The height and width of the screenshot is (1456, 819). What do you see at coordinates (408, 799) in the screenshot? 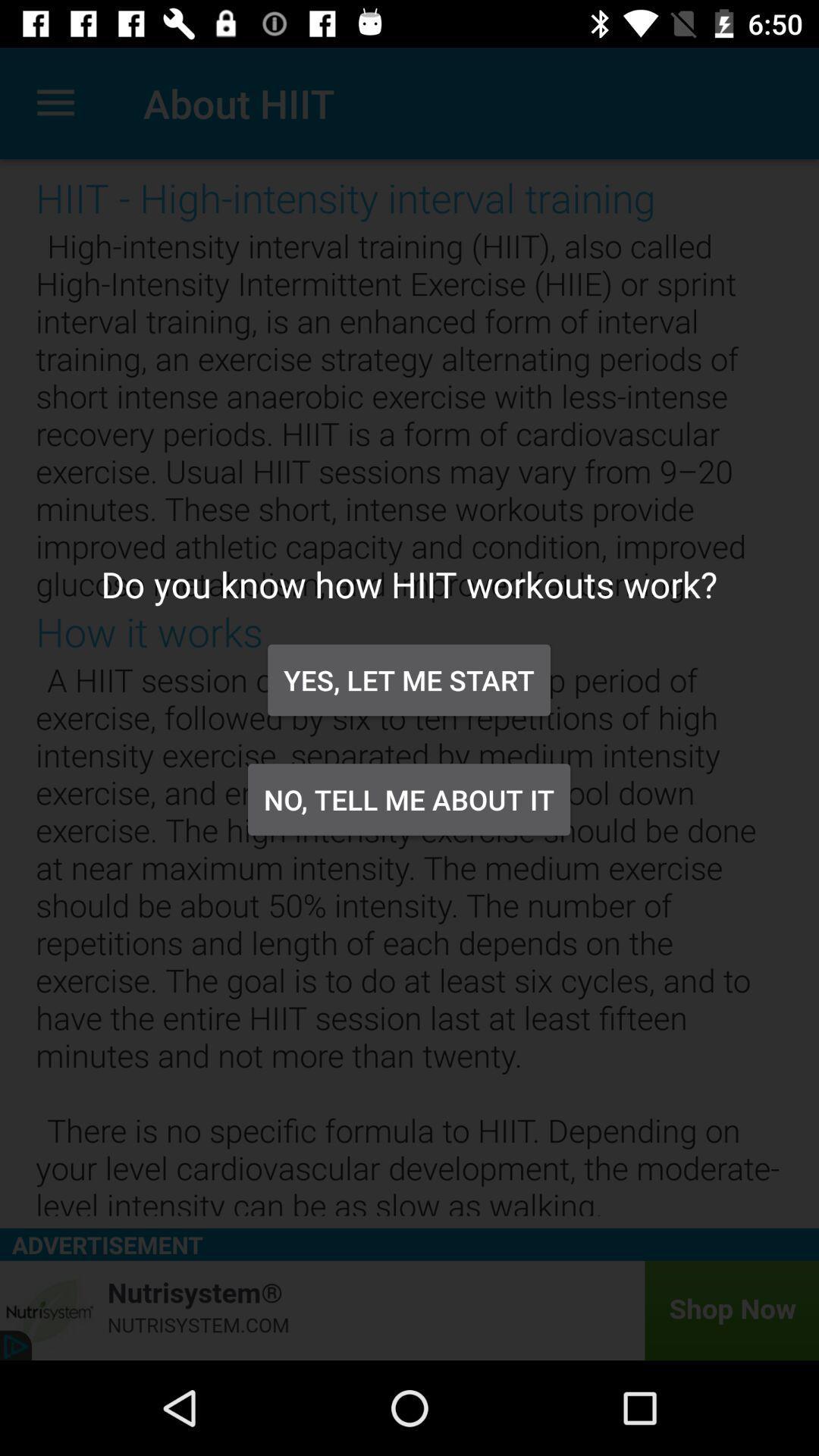
I see `no tell me icon` at bounding box center [408, 799].